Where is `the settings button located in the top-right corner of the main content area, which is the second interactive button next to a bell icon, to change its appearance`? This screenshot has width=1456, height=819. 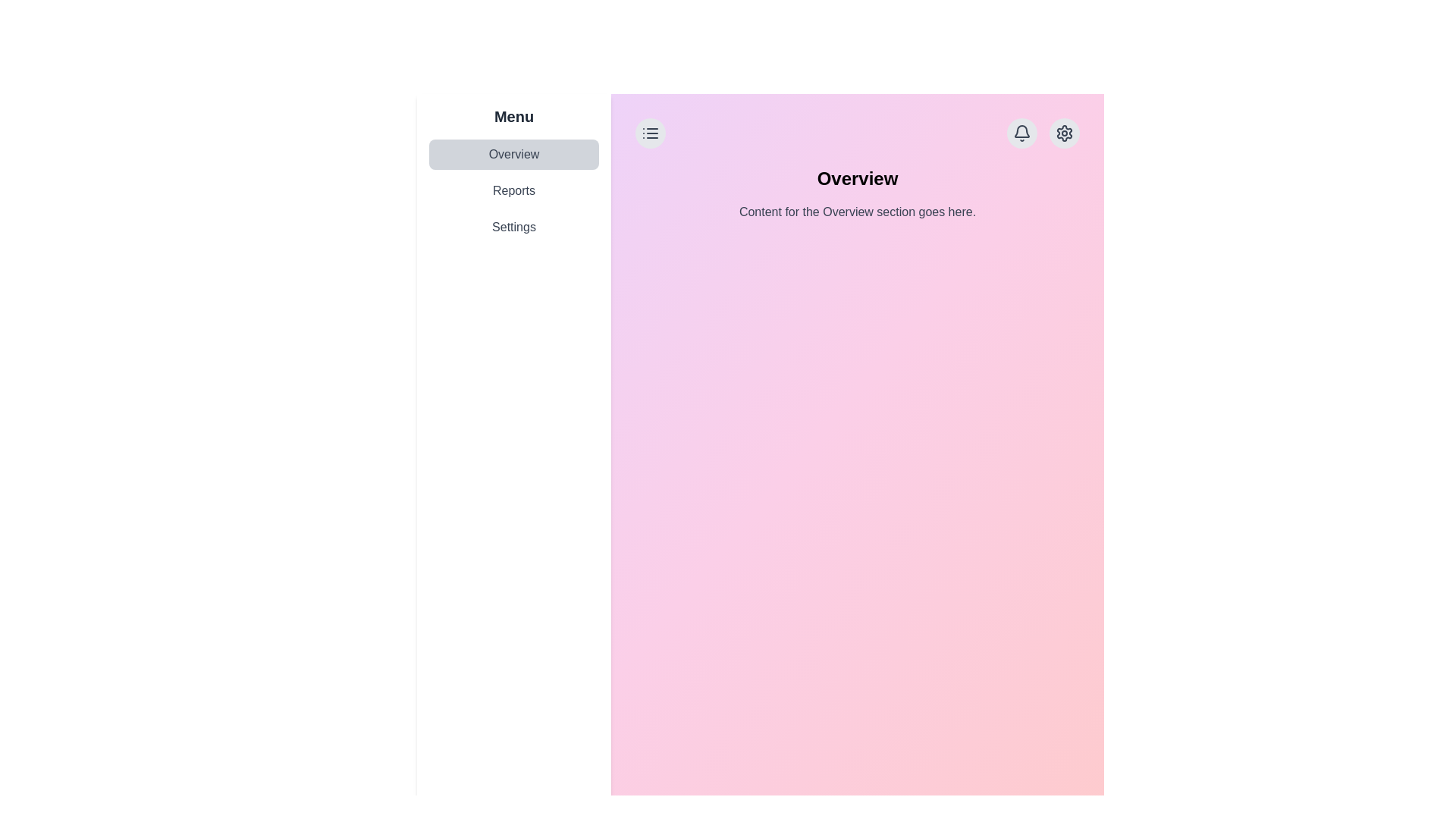
the settings button located in the top-right corner of the main content area, which is the second interactive button next to a bell icon, to change its appearance is located at coordinates (1063, 133).